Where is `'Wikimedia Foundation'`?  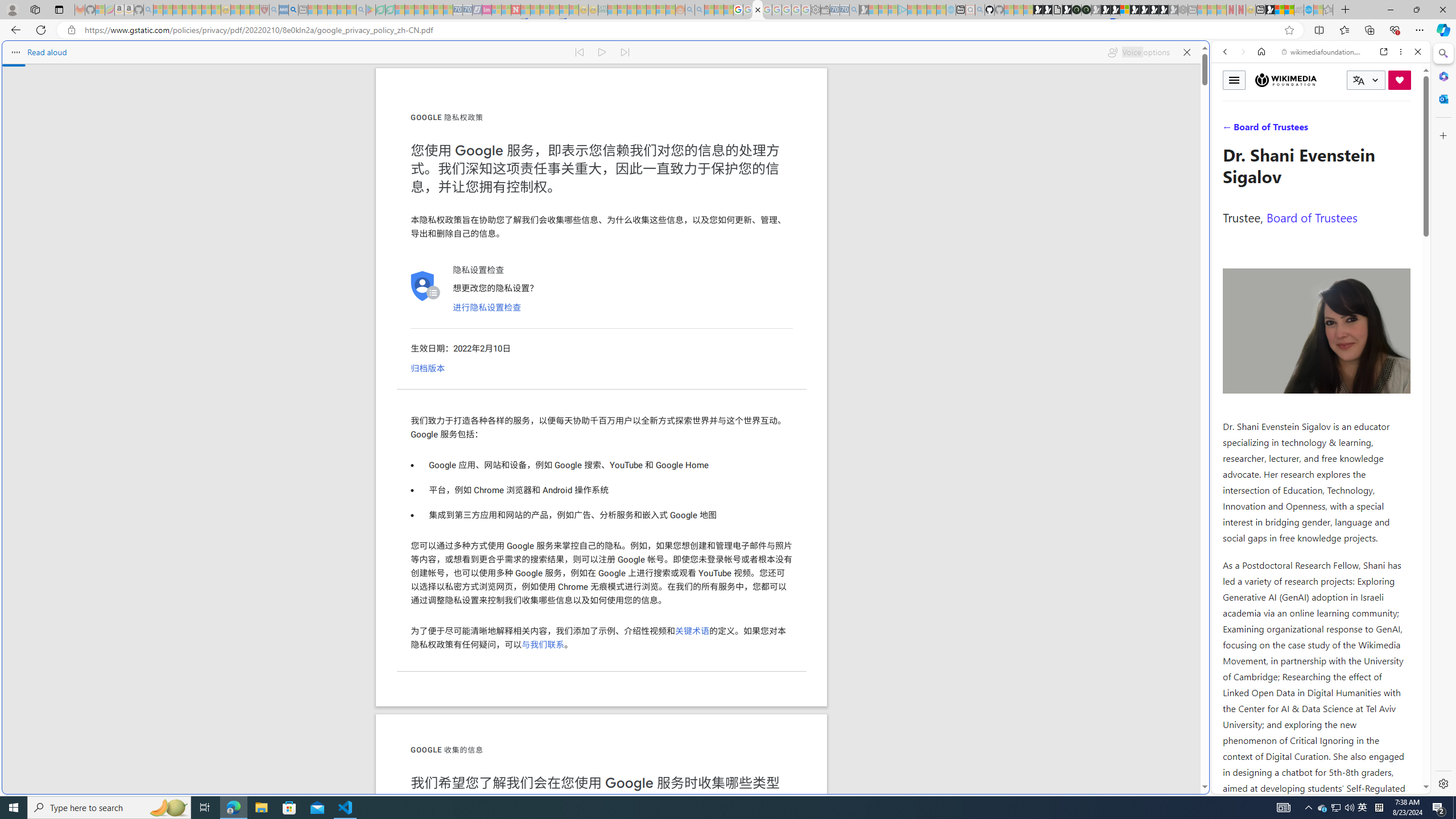 'Wikimedia Foundation' is located at coordinates (1285, 80).